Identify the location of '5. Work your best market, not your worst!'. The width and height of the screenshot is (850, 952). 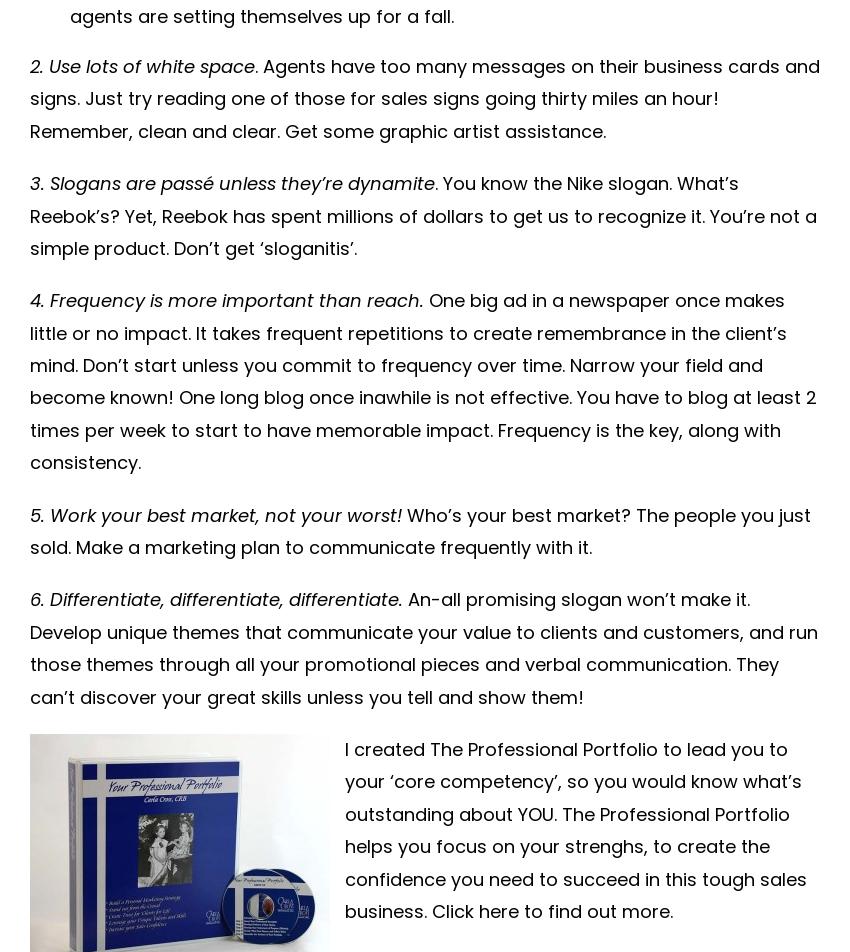
(214, 514).